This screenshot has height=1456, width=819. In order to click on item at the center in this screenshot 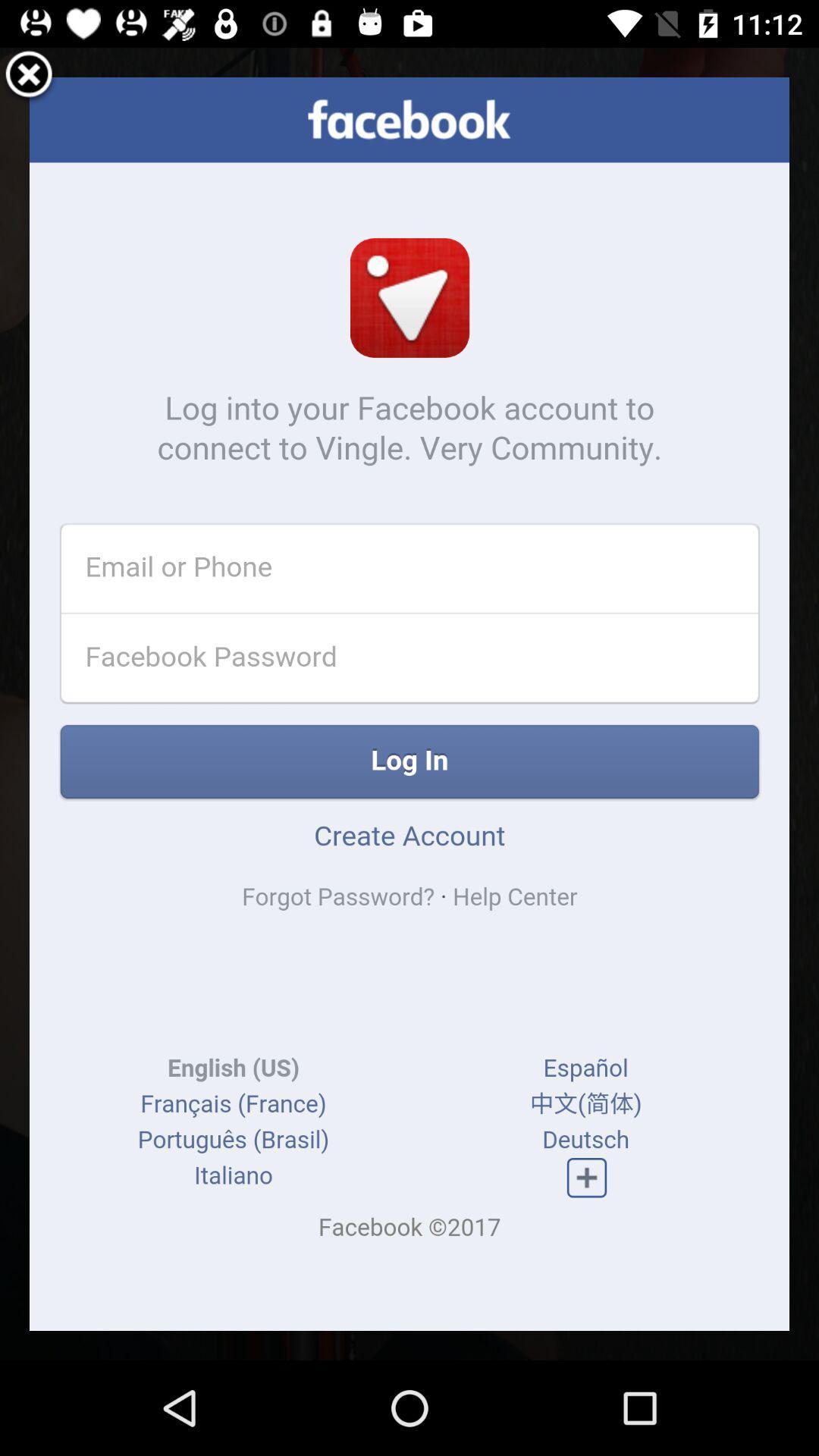, I will do `click(409, 703)`.